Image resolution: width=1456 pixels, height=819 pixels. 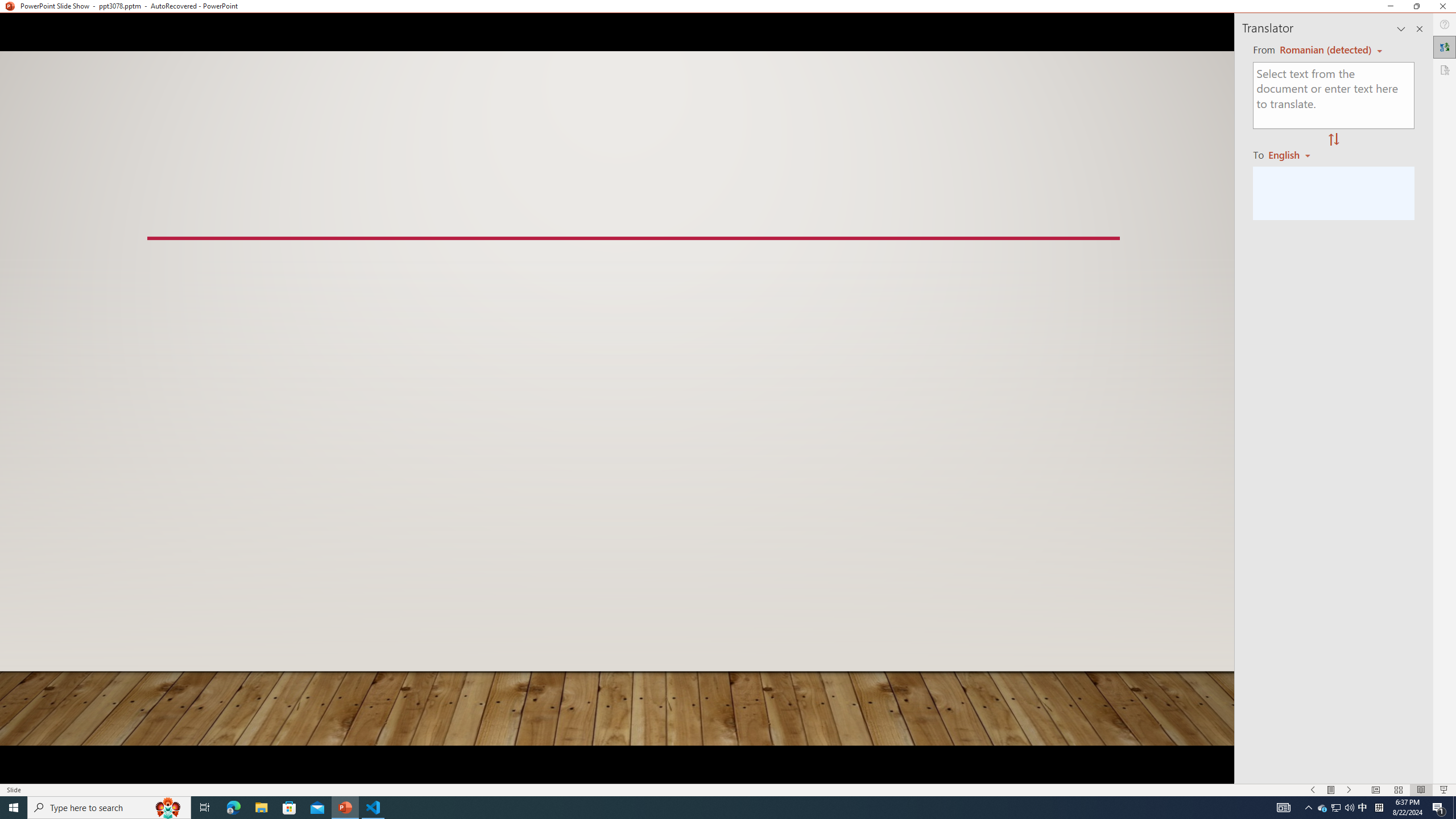 I want to click on 'Reading View', so click(x=1421, y=790).